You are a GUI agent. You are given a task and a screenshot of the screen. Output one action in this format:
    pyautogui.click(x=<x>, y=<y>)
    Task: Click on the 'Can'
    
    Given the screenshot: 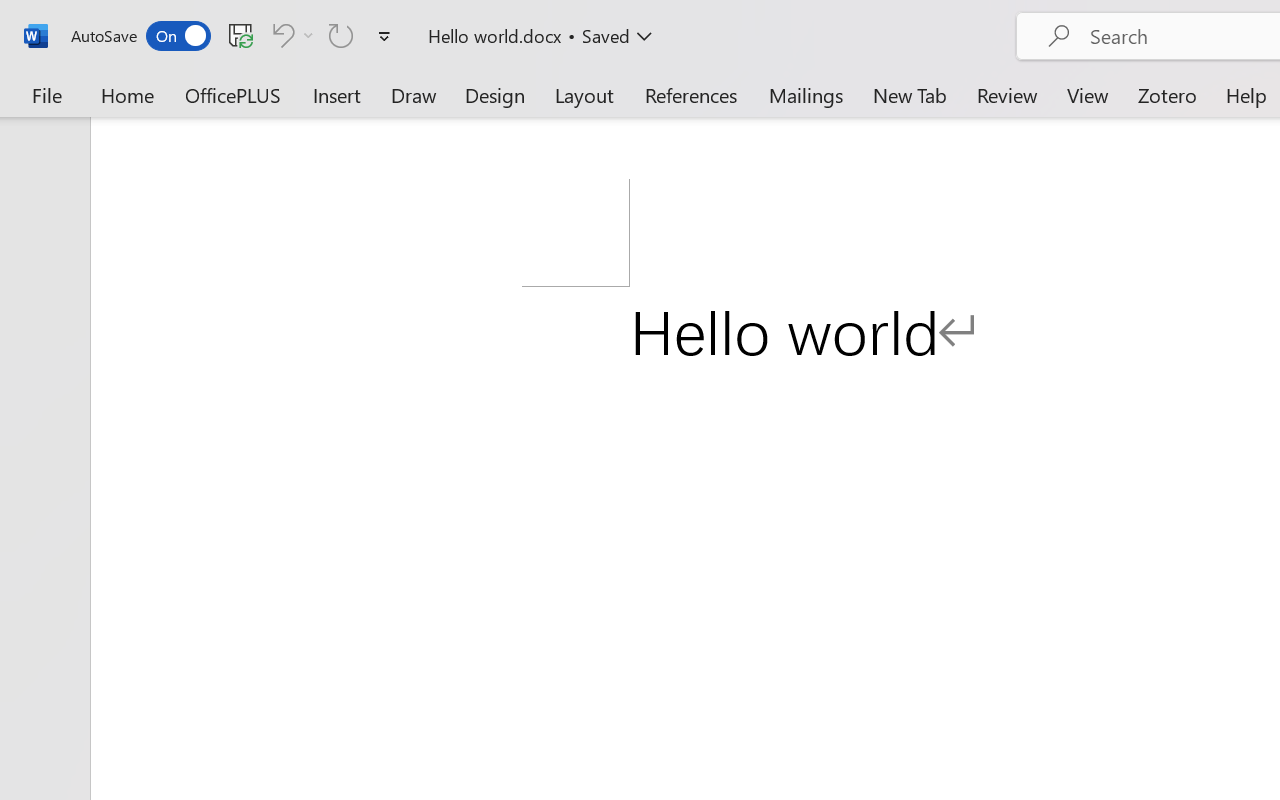 What is the action you would take?
    pyautogui.click(x=279, y=34)
    